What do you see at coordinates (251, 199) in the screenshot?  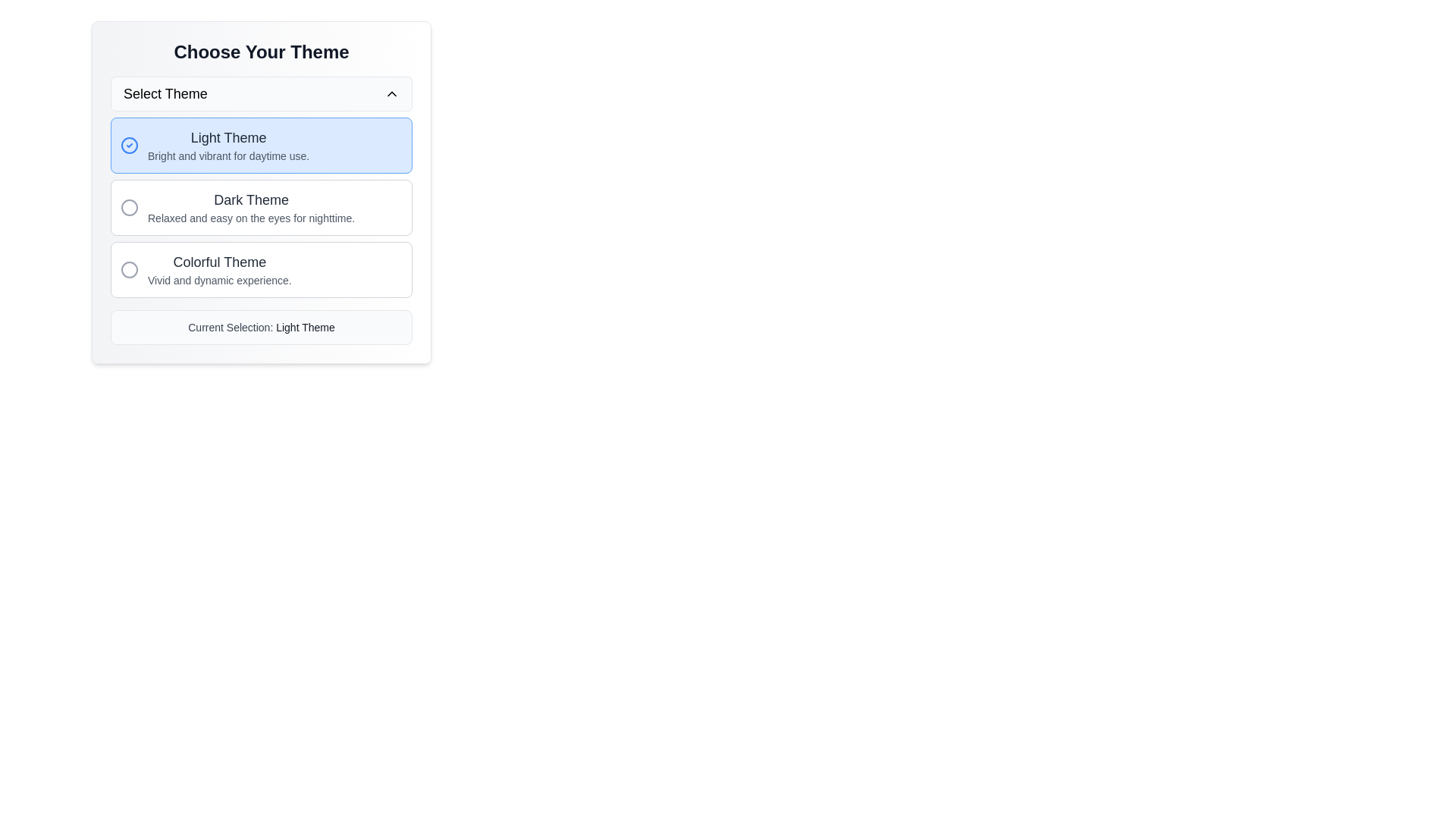 I see `the 'Dark Theme' text label within the 'Choose Your Theme' section, which is positioned between 'Light Theme' and 'Colorful Theme'` at bounding box center [251, 199].